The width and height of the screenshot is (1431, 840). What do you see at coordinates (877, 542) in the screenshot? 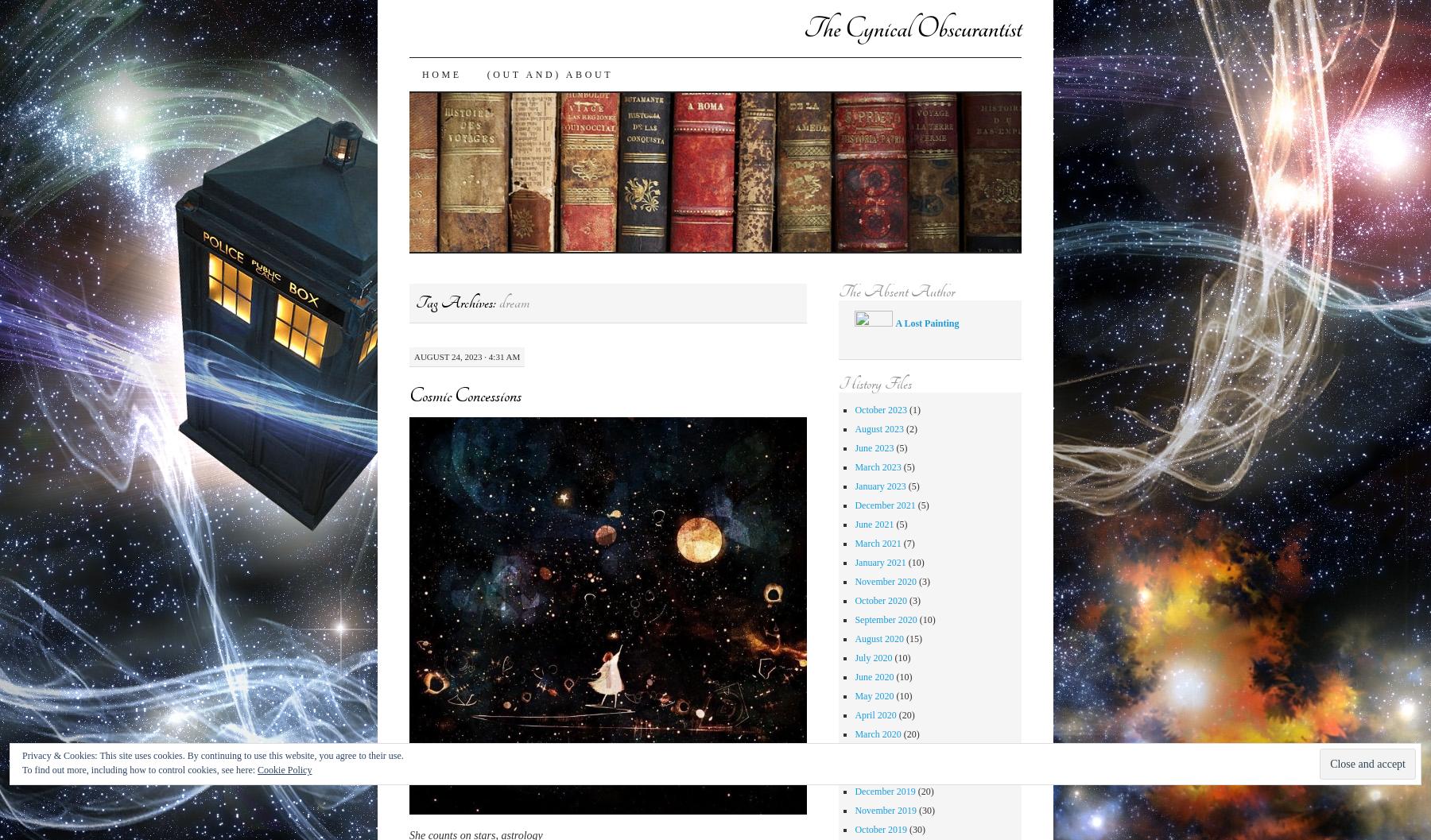
I see `'March 2021'` at bounding box center [877, 542].